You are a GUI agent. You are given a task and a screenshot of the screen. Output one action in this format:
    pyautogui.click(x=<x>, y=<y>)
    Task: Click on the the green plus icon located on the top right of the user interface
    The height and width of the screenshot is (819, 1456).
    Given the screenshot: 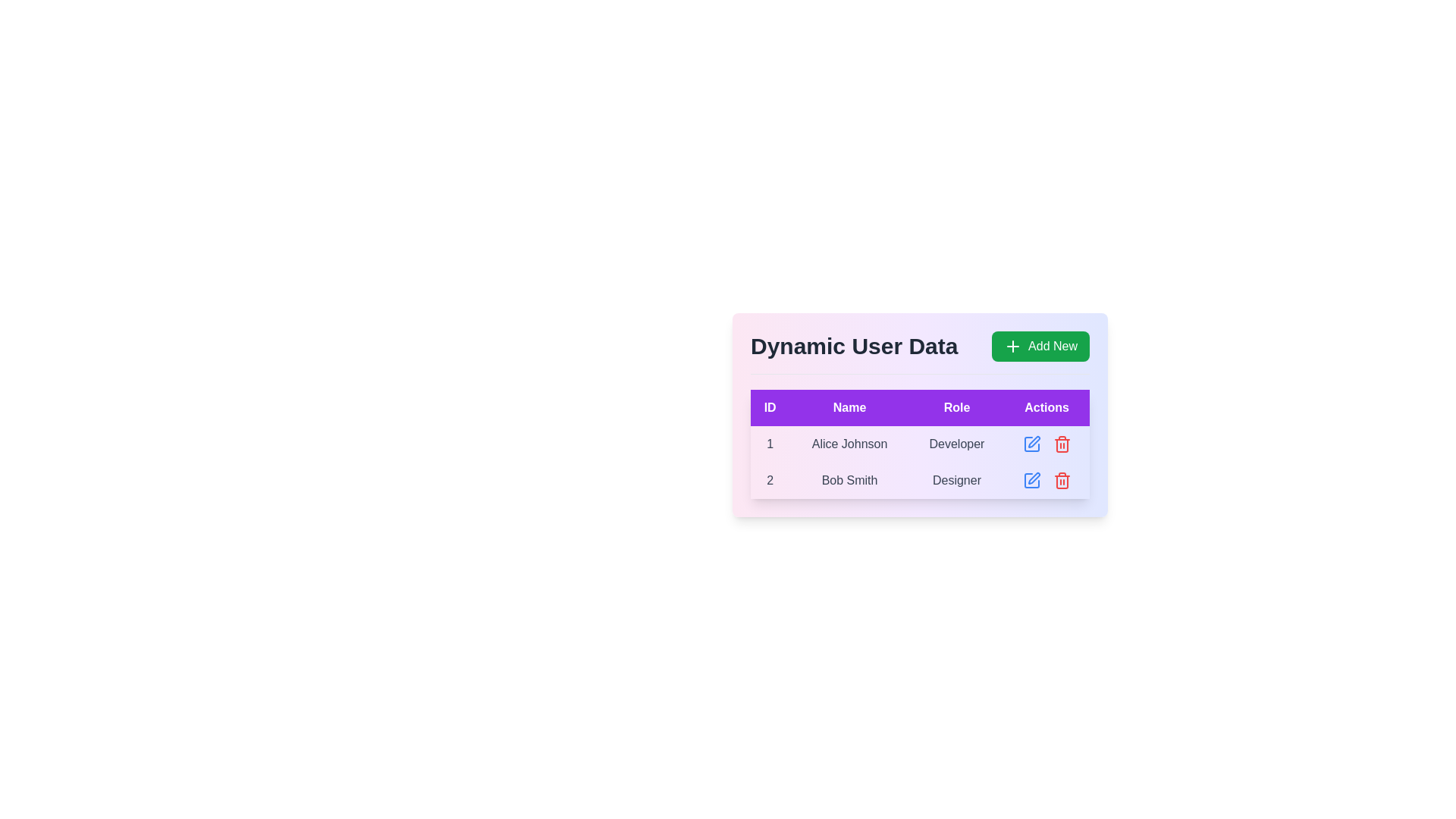 What is the action you would take?
    pyautogui.click(x=1013, y=346)
    